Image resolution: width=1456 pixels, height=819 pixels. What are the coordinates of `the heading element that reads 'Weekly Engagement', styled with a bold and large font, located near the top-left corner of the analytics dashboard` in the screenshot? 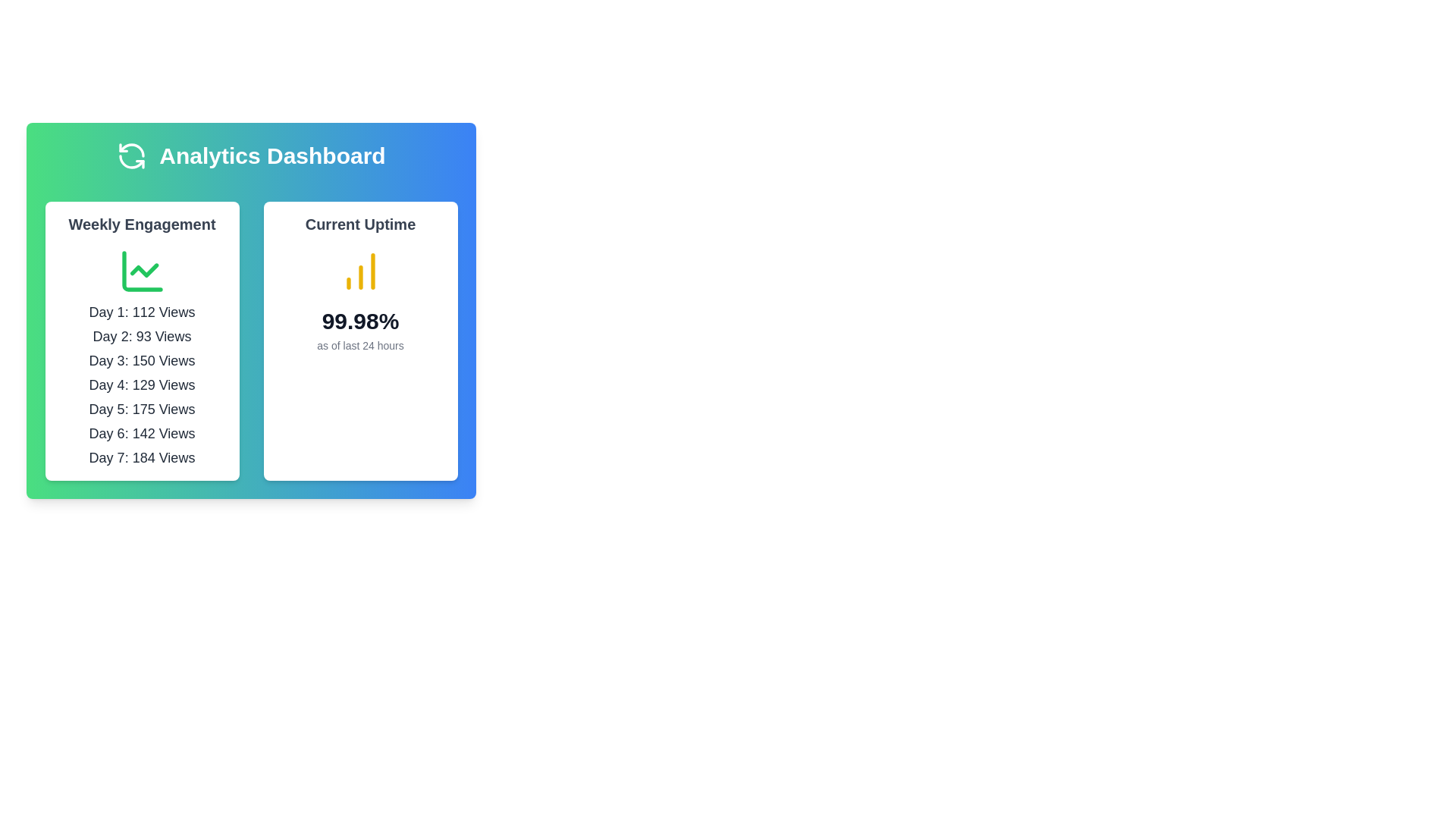 It's located at (142, 224).